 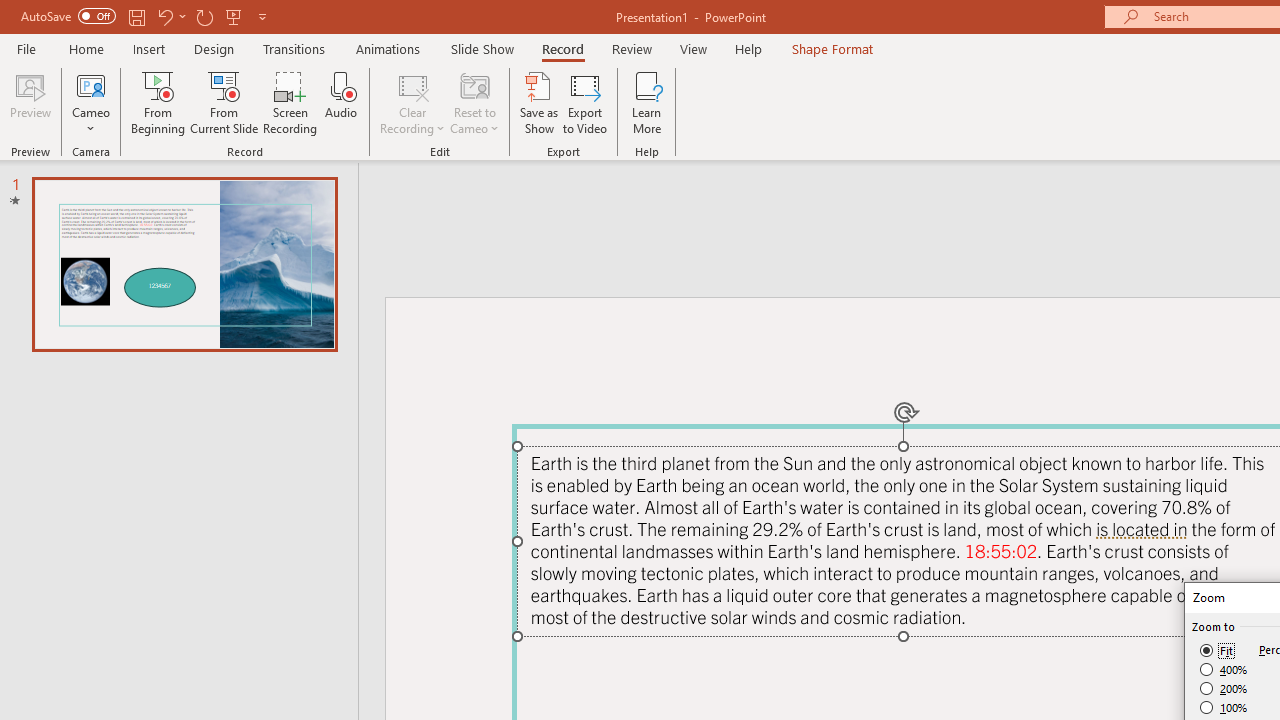 What do you see at coordinates (1223, 688) in the screenshot?
I see `'200%'` at bounding box center [1223, 688].